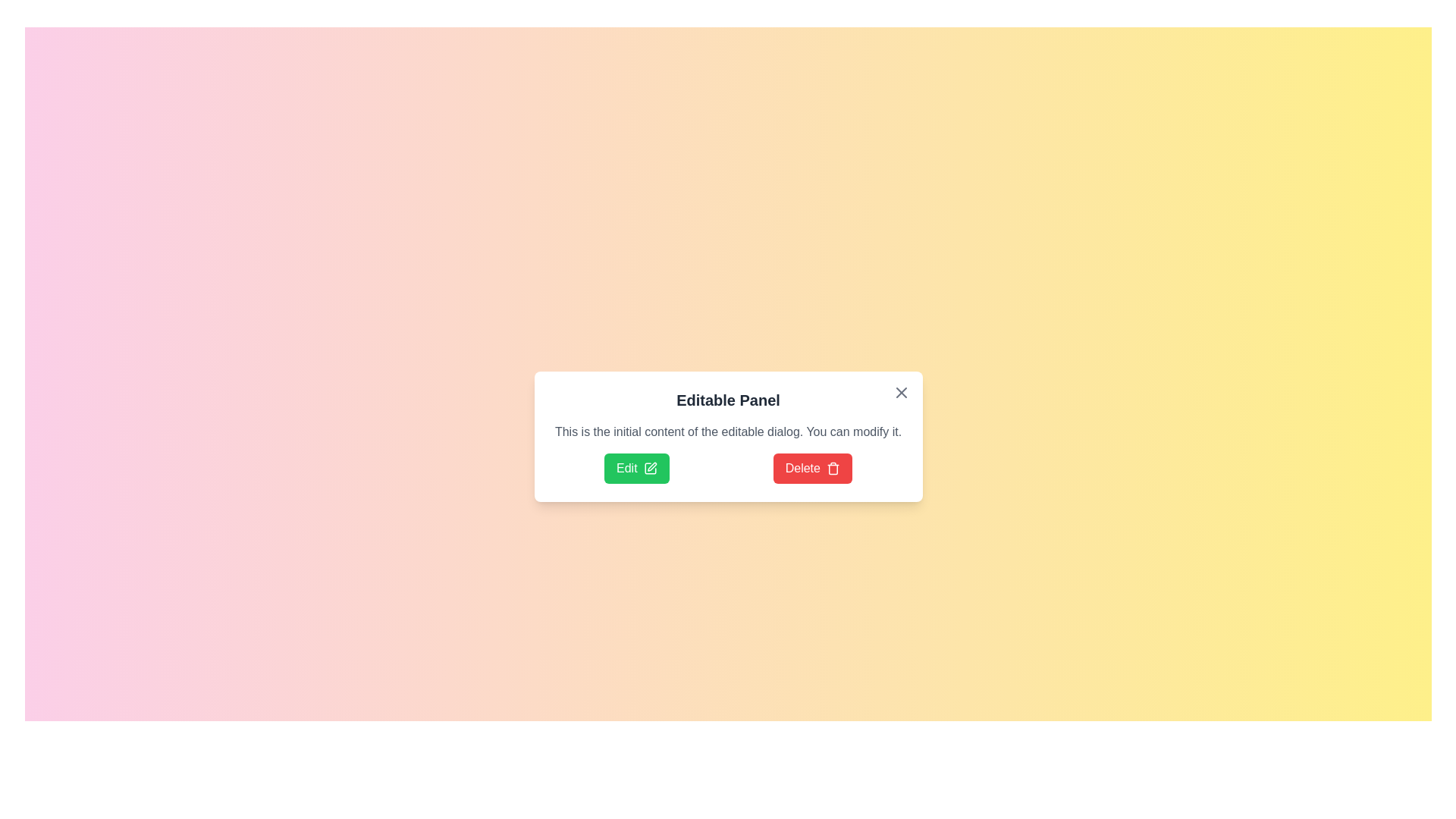 Image resolution: width=1456 pixels, height=819 pixels. I want to click on the 'Delete' button to clear the content of the editable dialog, so click(811, 467).